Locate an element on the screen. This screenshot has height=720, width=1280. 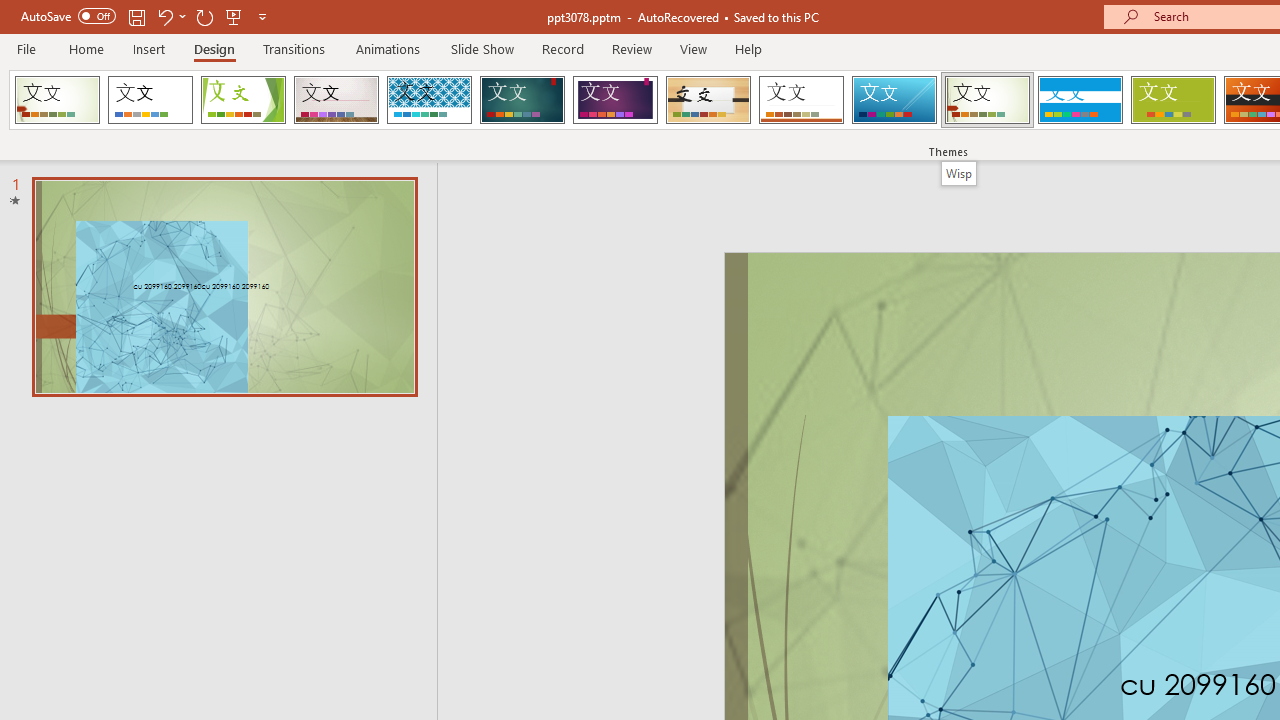
'Review' is located at coordinates (630, 48).